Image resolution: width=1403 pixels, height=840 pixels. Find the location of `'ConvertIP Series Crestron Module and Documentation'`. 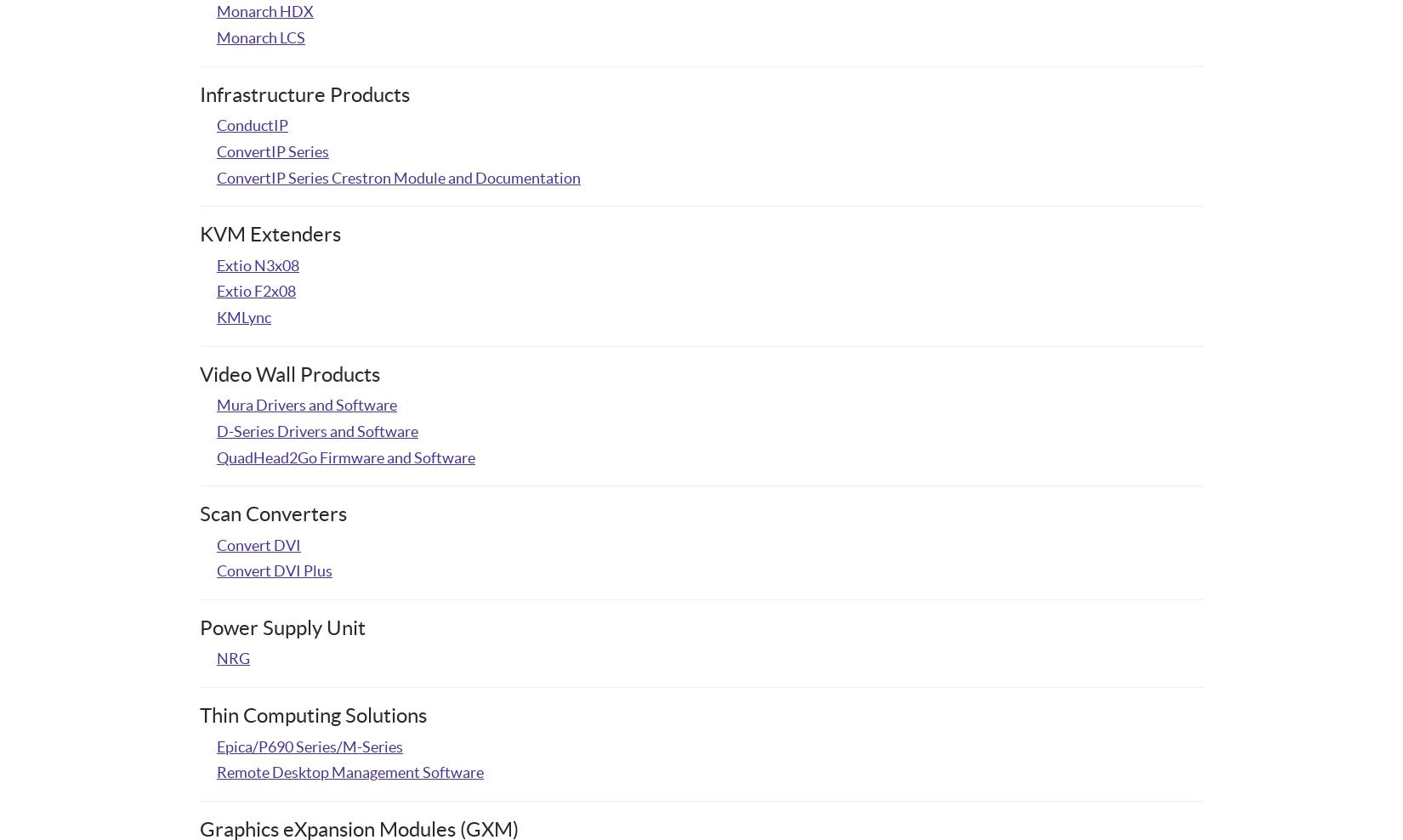

'ConvertIP Series Crestron Module and Documentation' is located at coordinates (397, 177).